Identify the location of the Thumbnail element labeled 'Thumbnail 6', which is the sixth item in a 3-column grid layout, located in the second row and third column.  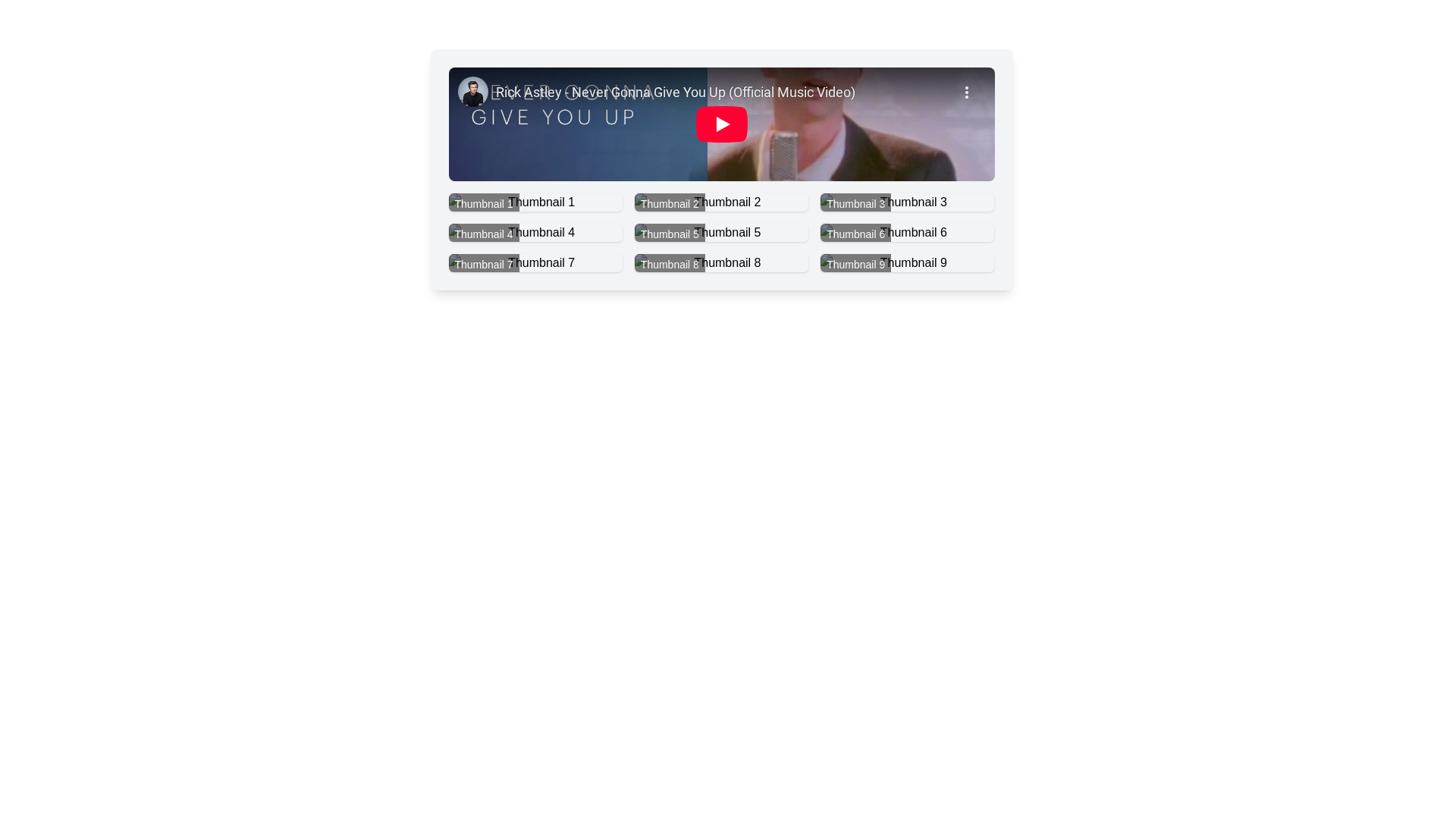
(907, 233).